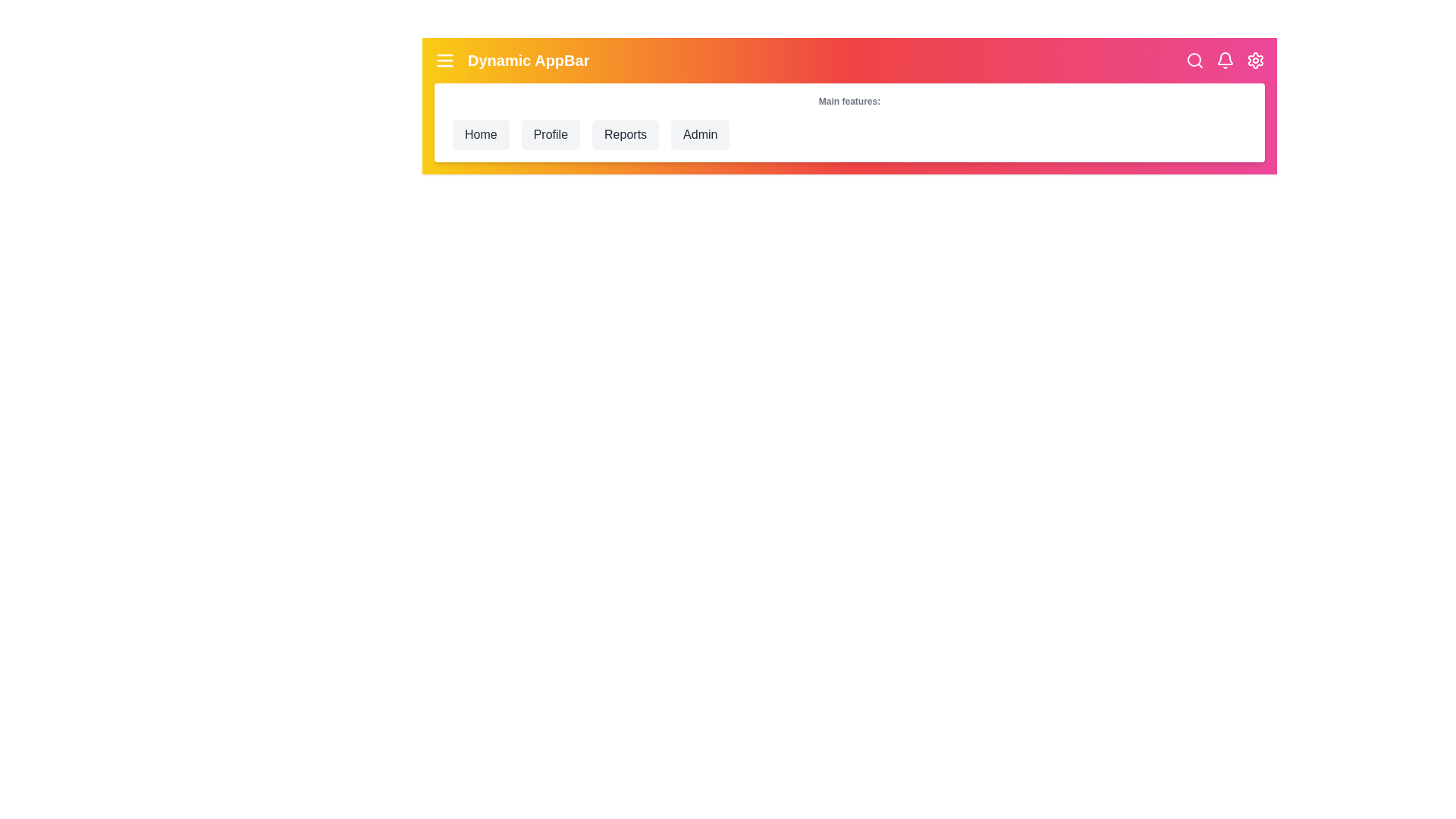 This screenshot has width=1456, height=819. I want to click on the Reports navigation menu item to navigate to its respective section, so click(626, 133).